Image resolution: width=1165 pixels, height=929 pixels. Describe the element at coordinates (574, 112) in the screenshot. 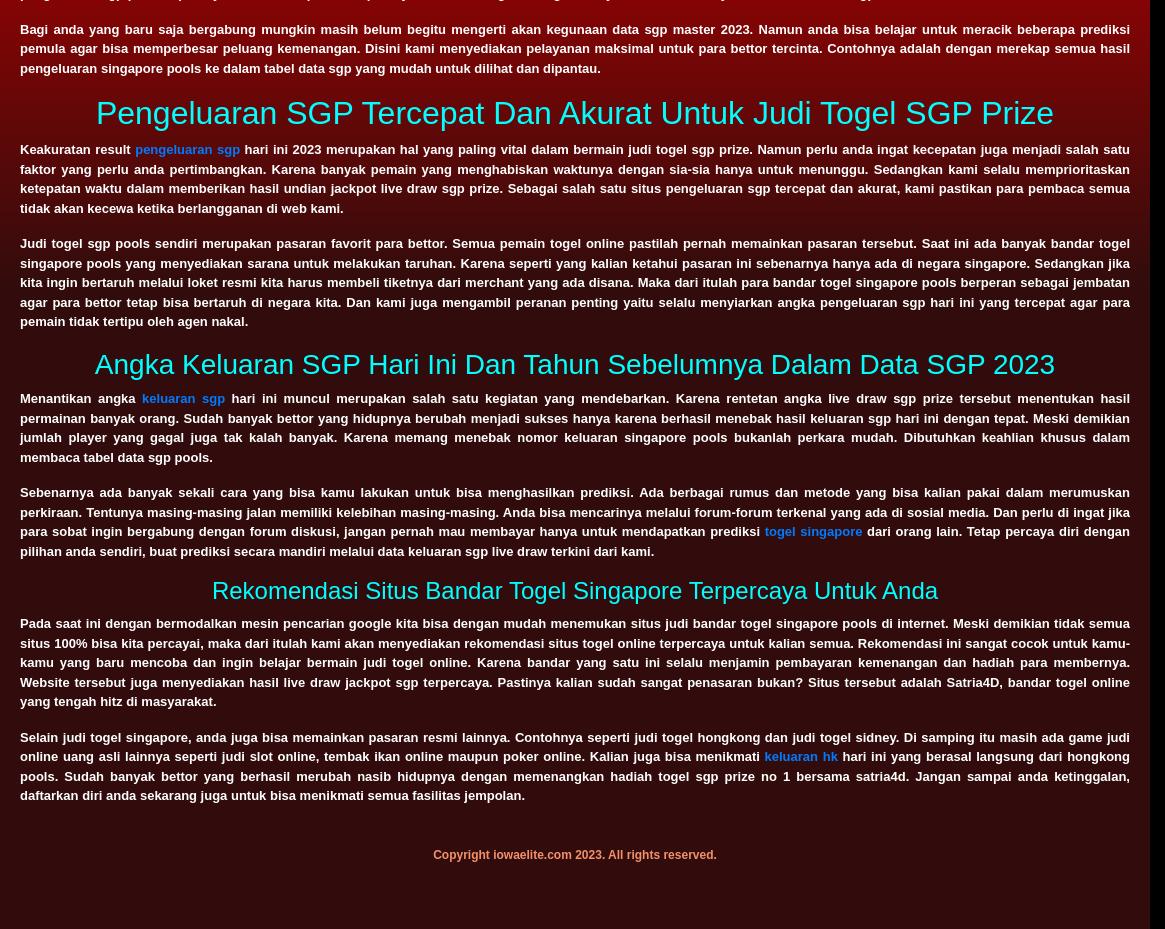

I see `'Pengeluaran SGP Tercepat Dan Akurat Untuk Judi Togel SGP Prize'` at that location.